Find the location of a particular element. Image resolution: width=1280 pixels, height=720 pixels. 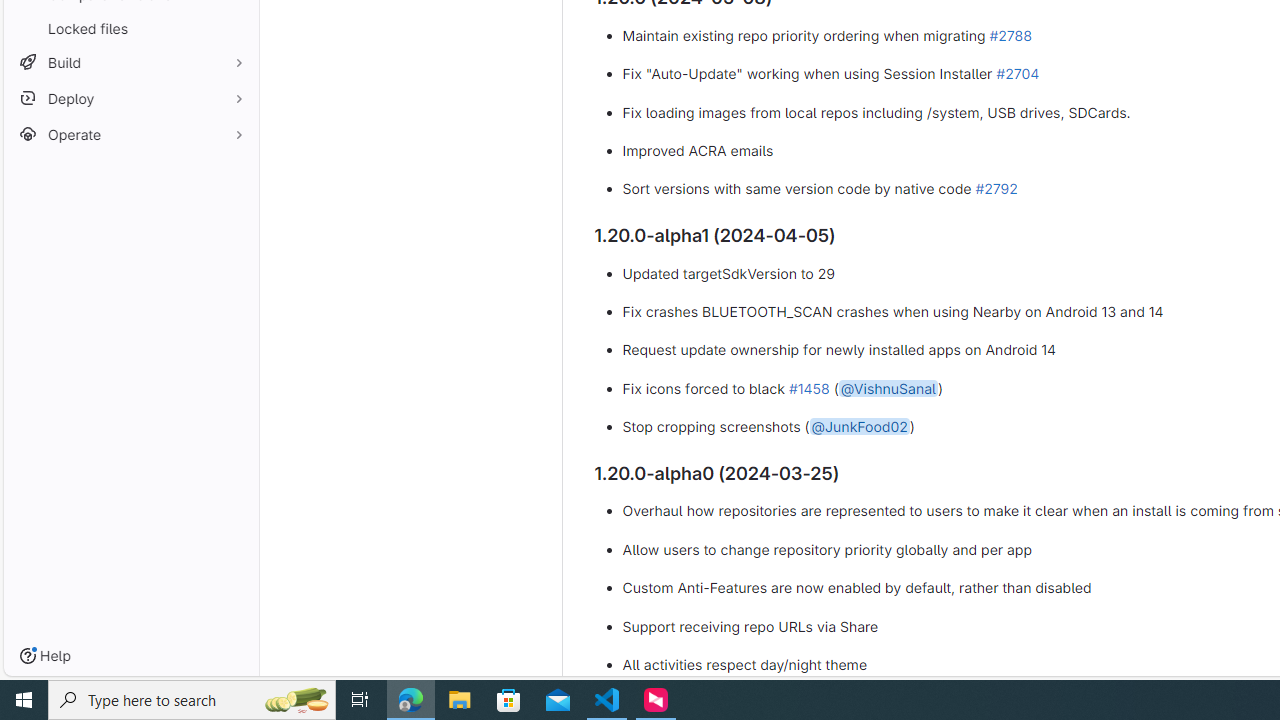

'Locked files' is located at coordinates (130, 28).